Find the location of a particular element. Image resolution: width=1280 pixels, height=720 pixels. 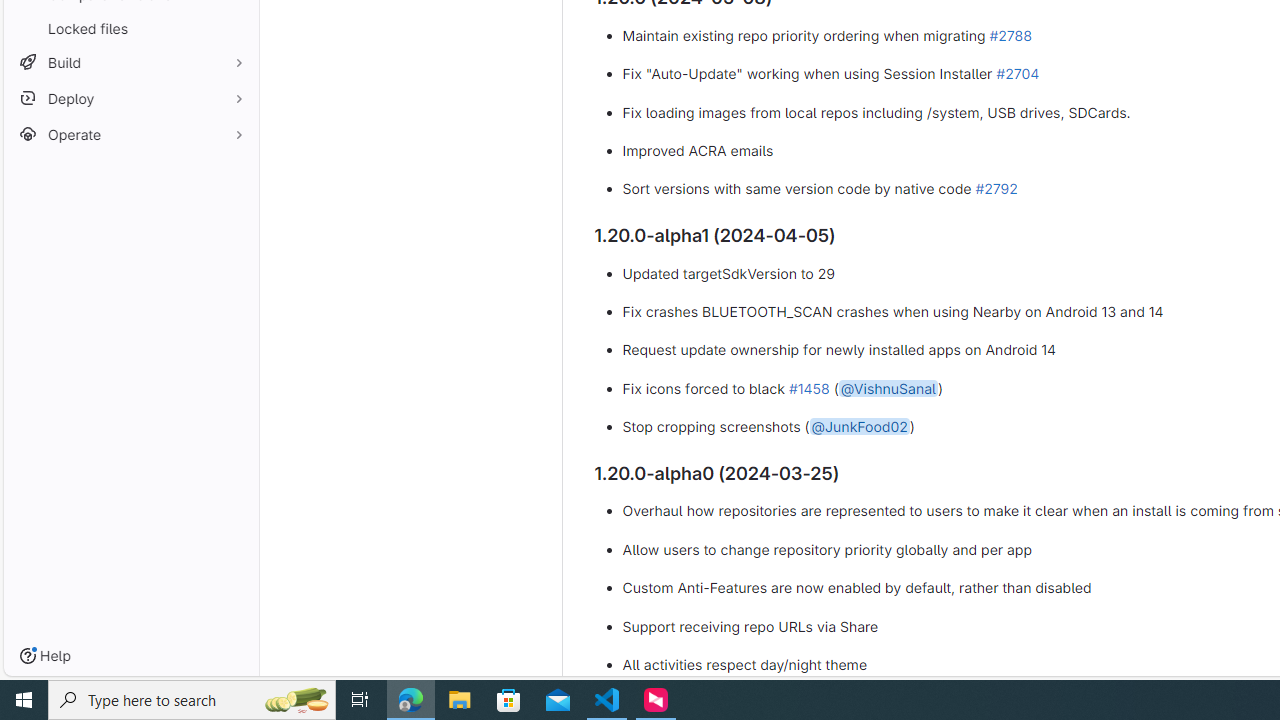

'Locked files' is located at coordinates (130, 28).